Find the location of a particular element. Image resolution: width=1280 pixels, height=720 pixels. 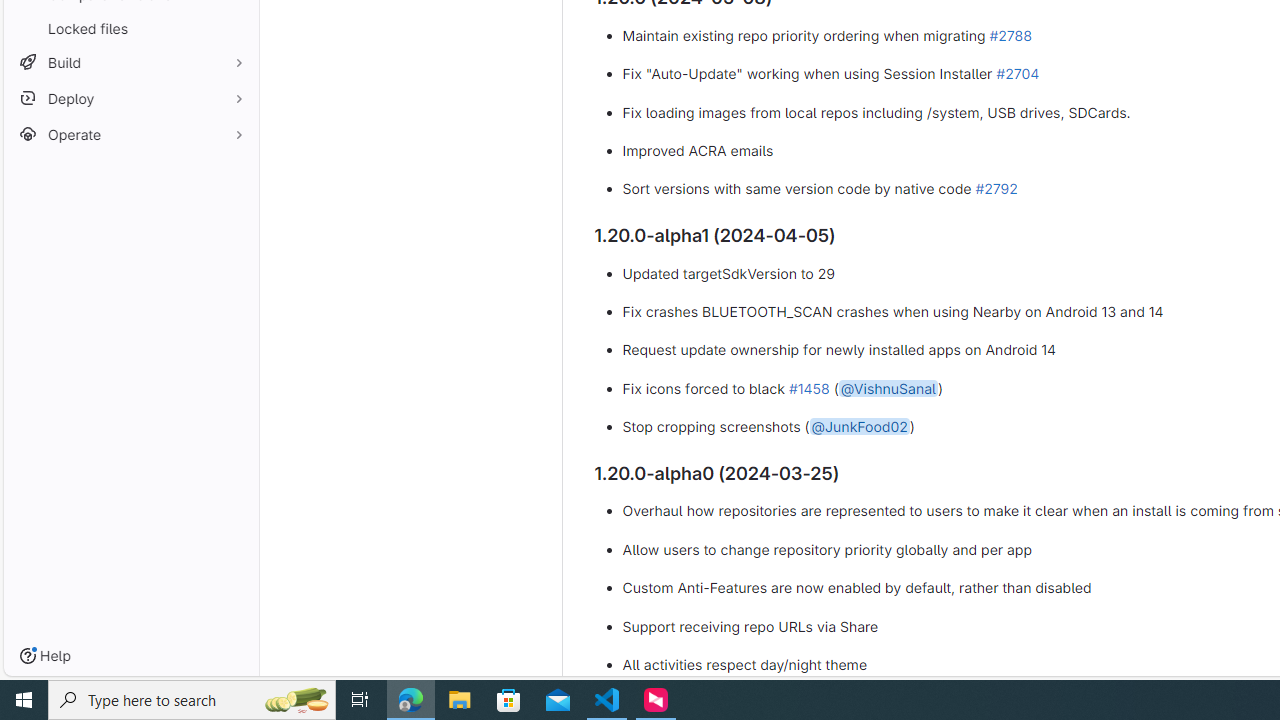

'Locked files' is located at coordinates (130, 28).